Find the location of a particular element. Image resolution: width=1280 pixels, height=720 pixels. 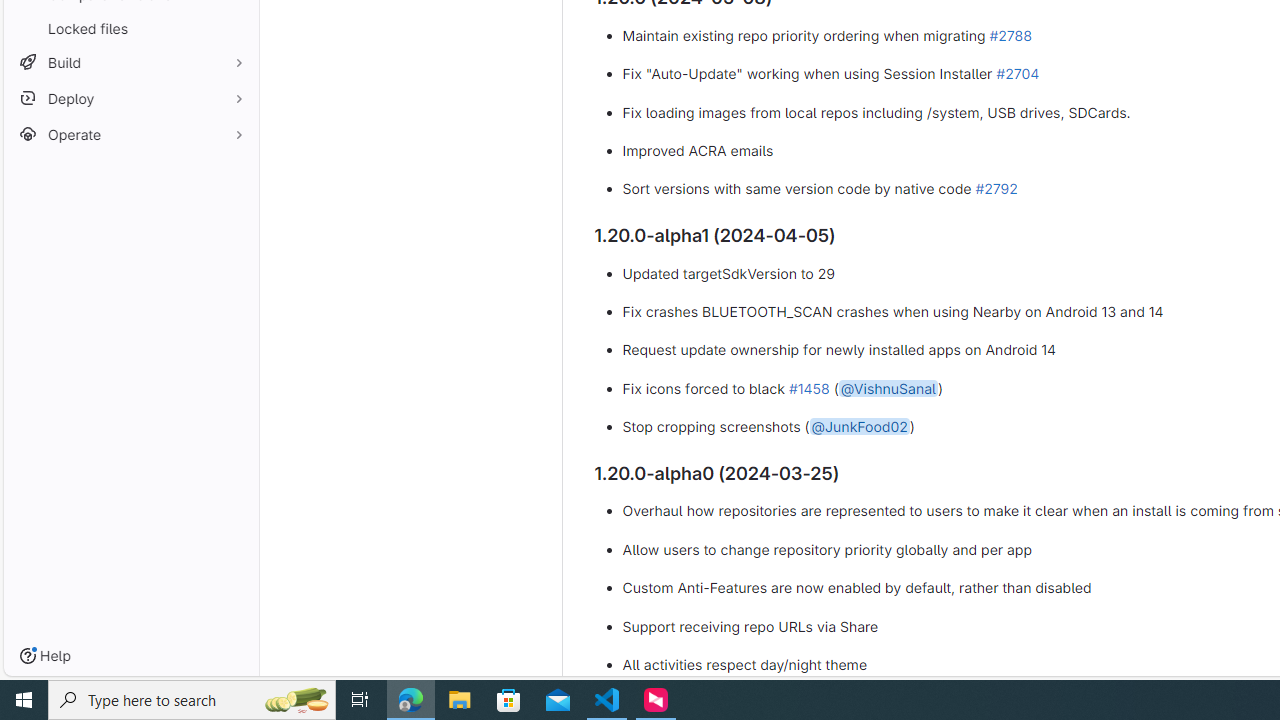

'Locked files' is located at coordinates (130, 28).